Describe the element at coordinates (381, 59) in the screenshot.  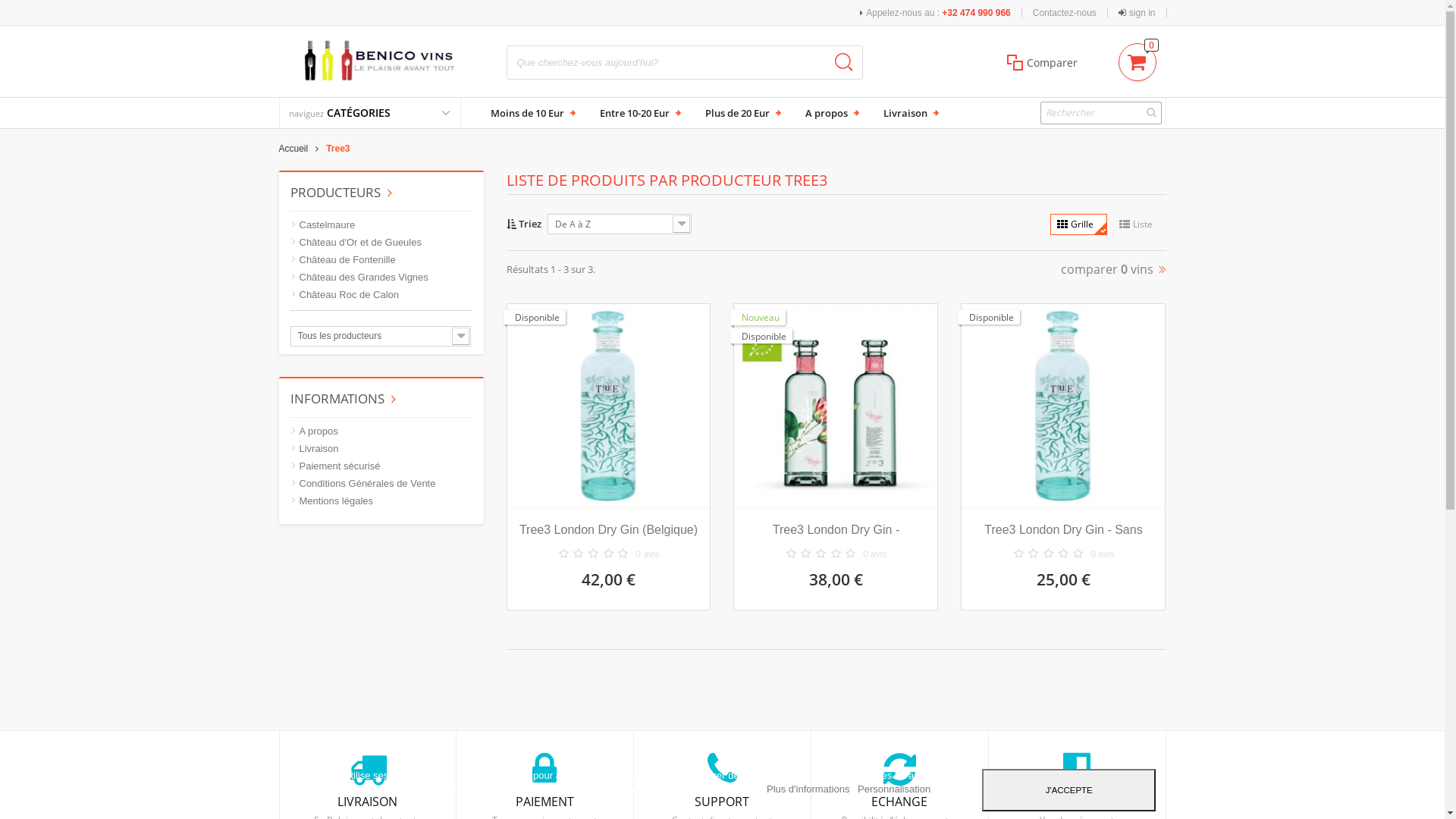
I see `'BENICO vins srl'` at that location.